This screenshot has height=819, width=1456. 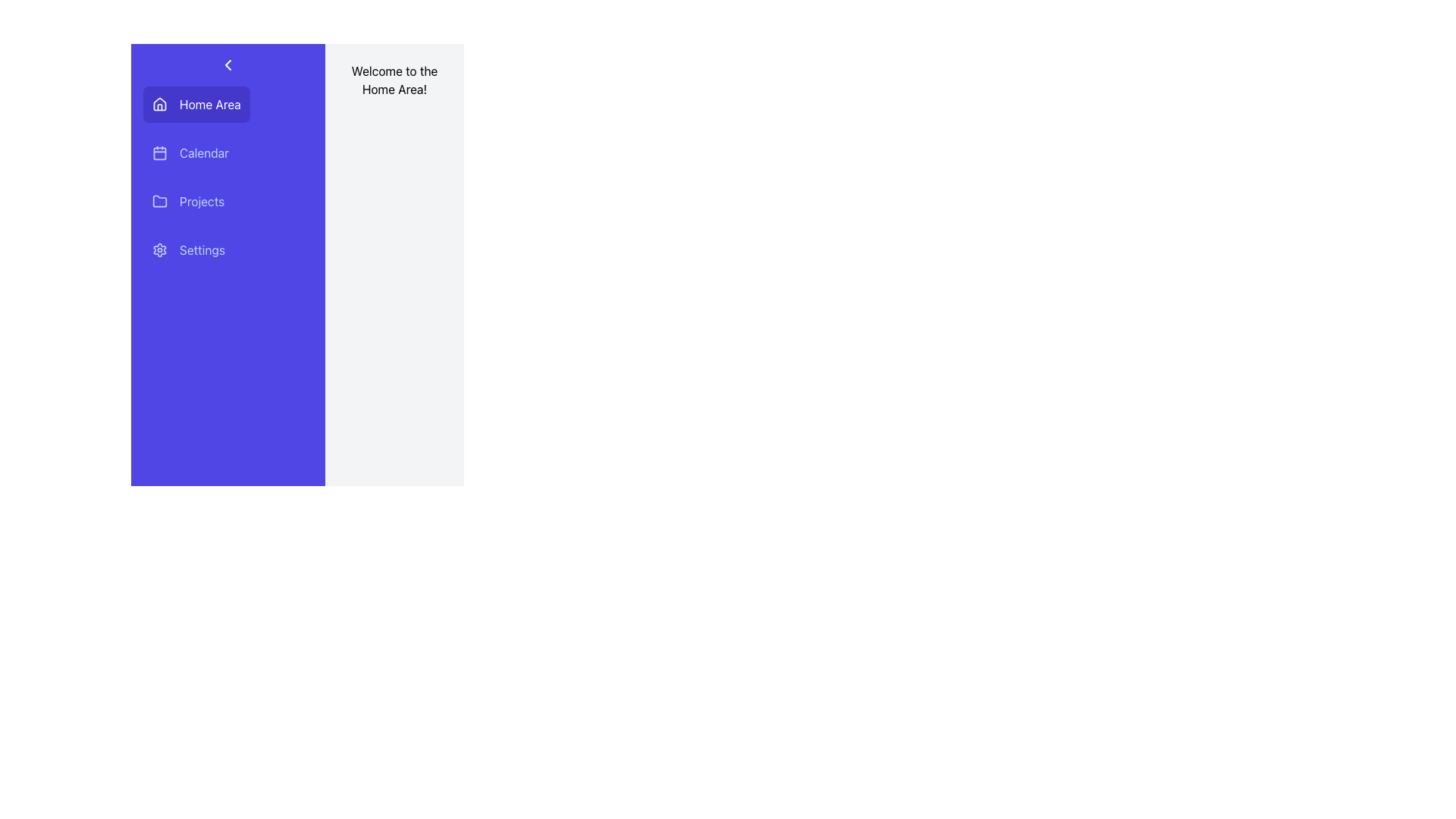 I want to click on the 'Settings' button, which is the fourth item in the vertical list on the left sidebar, to observe its hover effects, so click(x=188, y=249).